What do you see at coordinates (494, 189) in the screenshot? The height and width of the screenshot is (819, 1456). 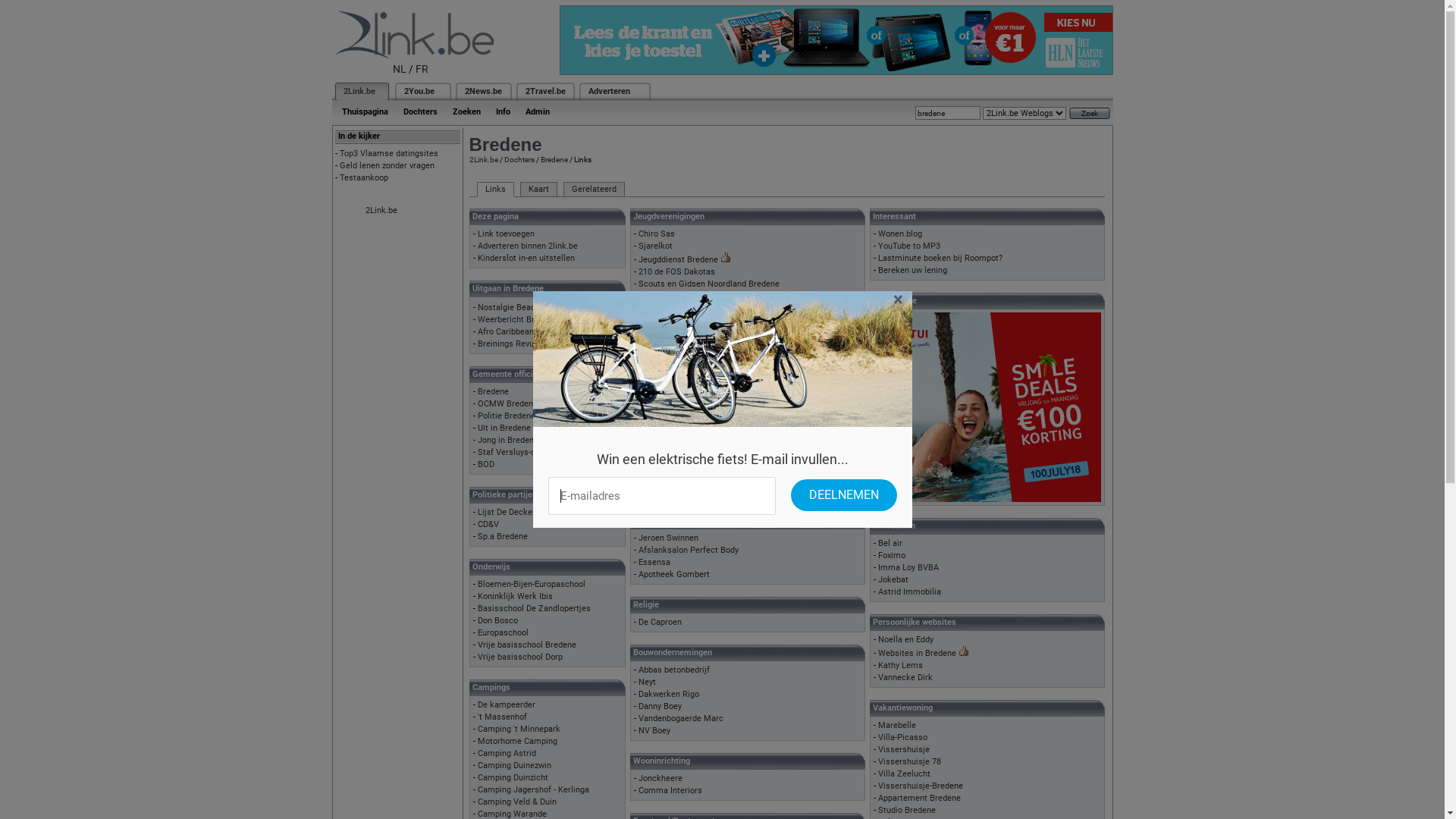 I see `'Links'` at bounding box center [494, 189].